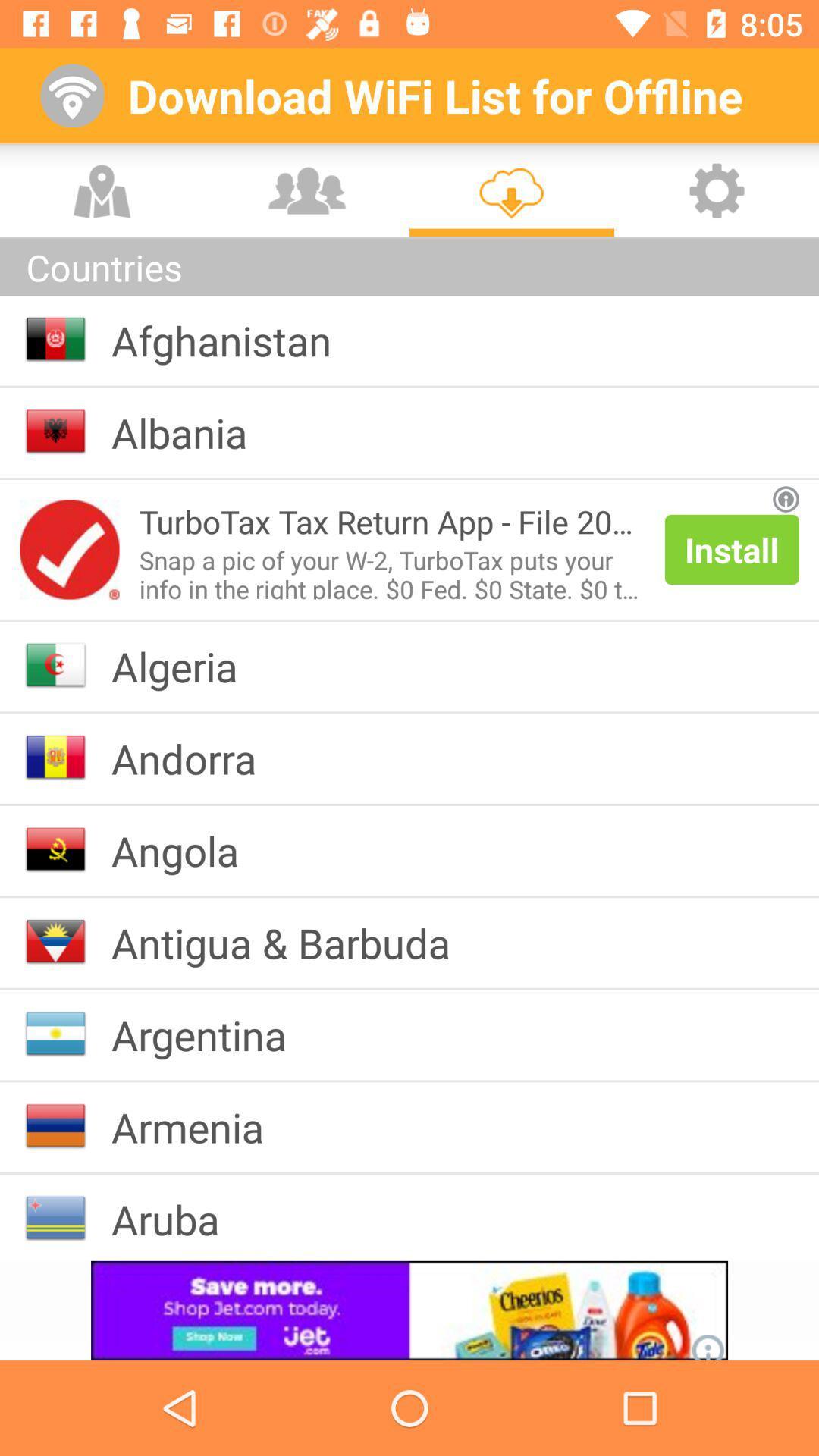 The image size is (819, 1456). Describe the element at coordinates (391, 570) in the screenshot. I see `snap a pic item` at that location.